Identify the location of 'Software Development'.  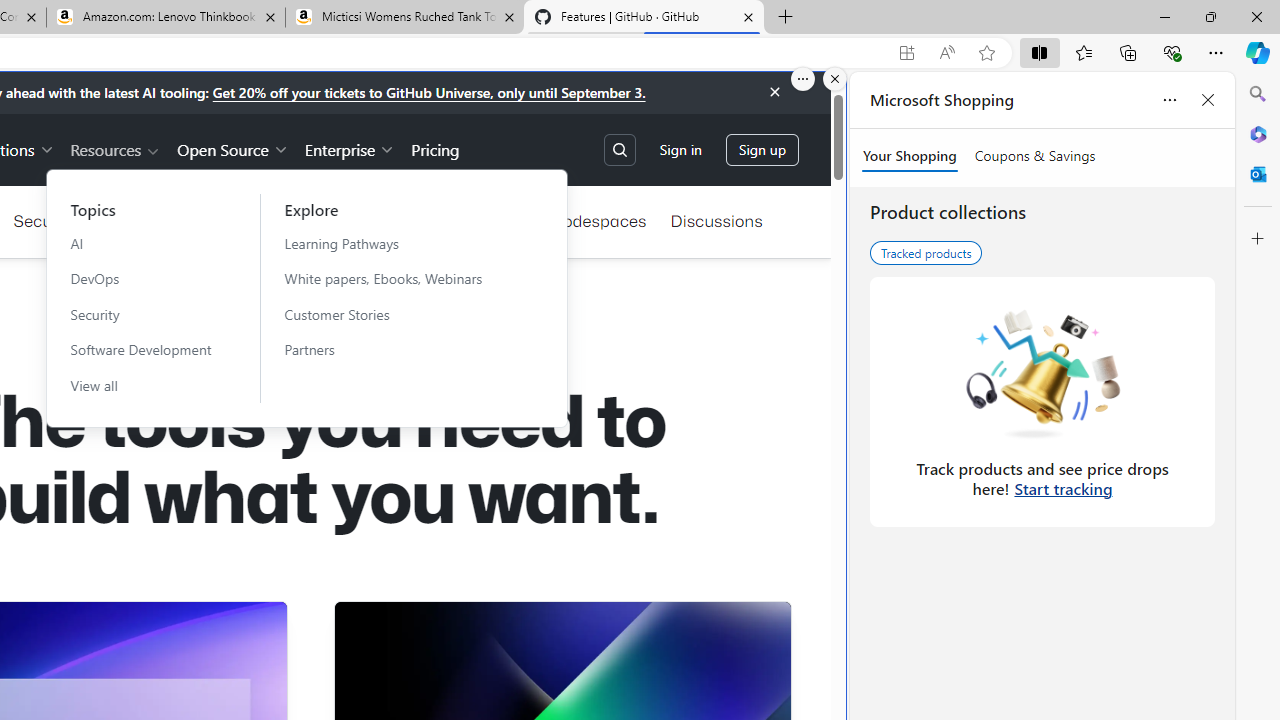
(140, 348).